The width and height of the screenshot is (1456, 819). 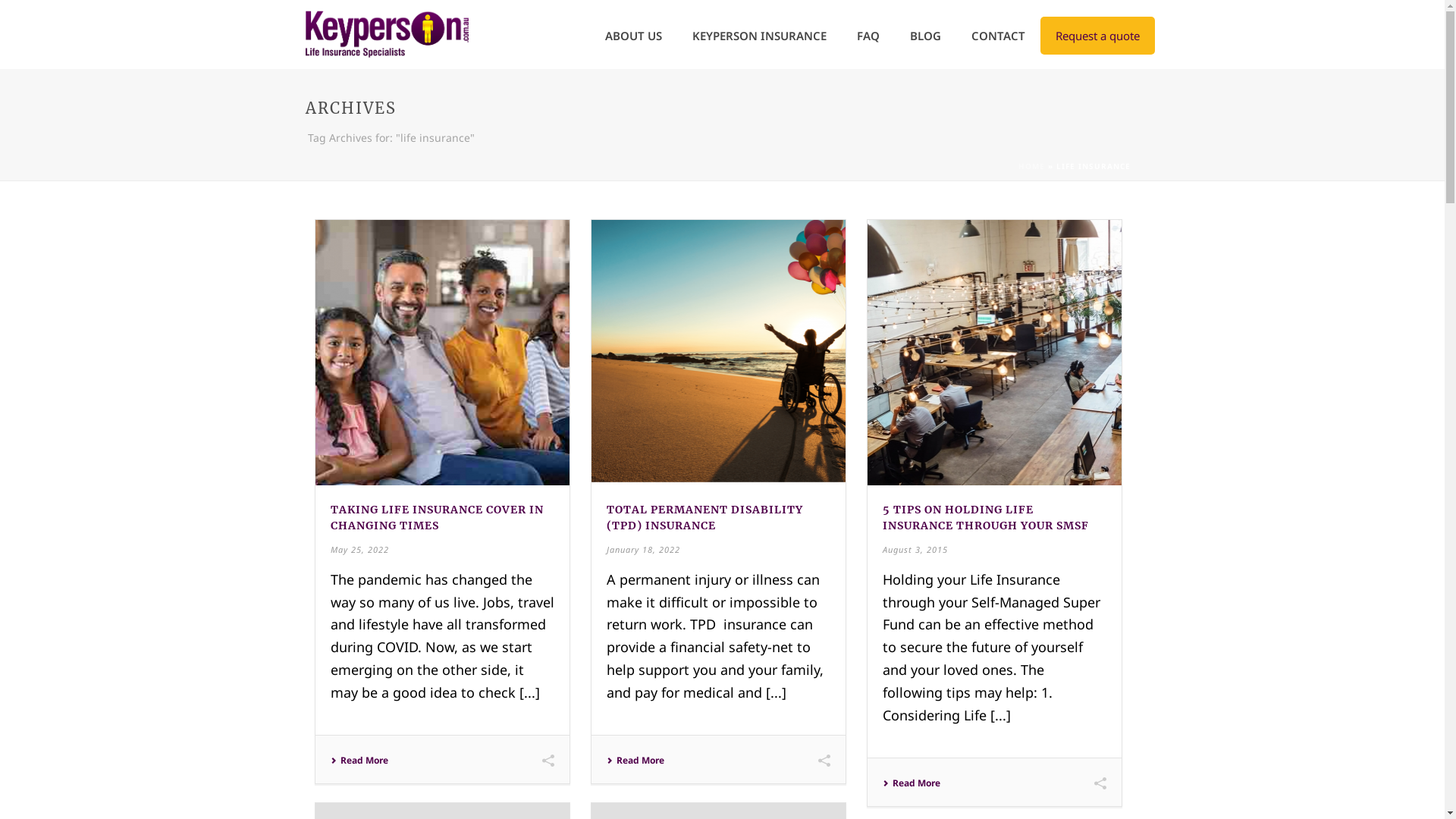 I want to click on 'CONTACT', so click(x=997, y=34).